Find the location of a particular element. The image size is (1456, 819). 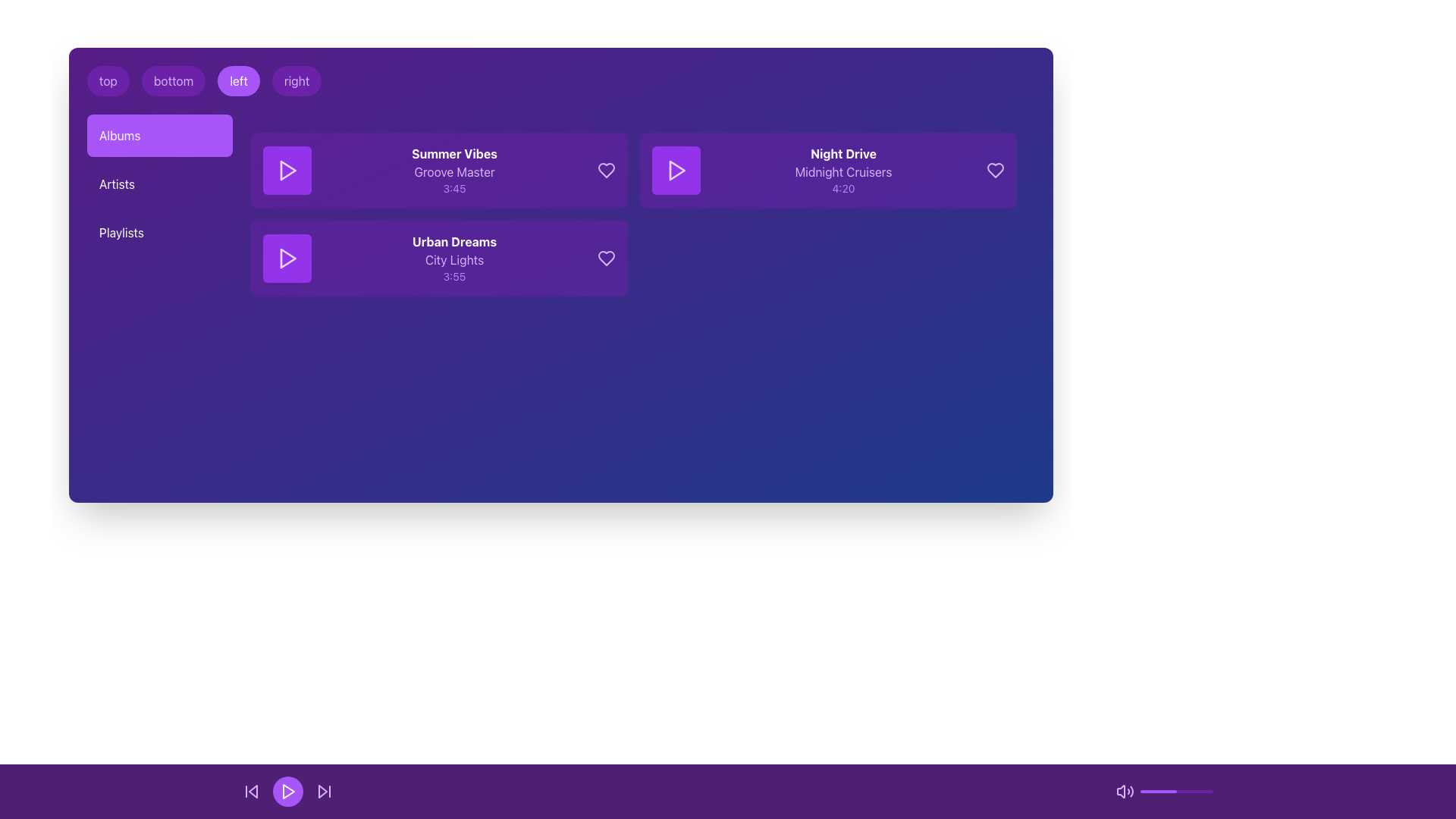

the heart-shaped button icon located to the right of the 'Urban Dreams' playlist entry, adjacent to 'City Lights', to change its color from purple to pink is located at coordinates (607, 257).